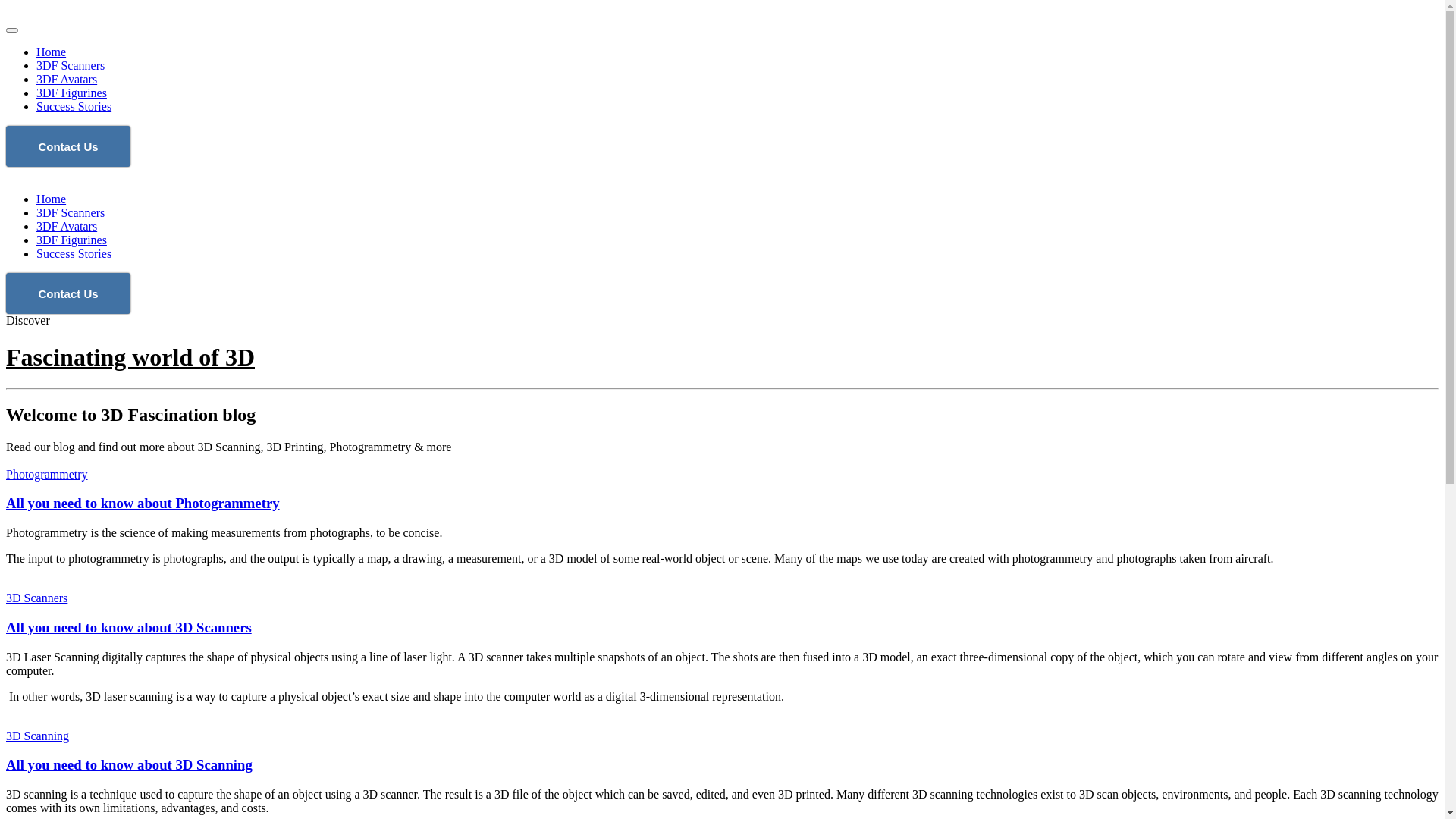 This screenshot has width=1456, height=819. I want to click on 'Home', so click(36, 198).